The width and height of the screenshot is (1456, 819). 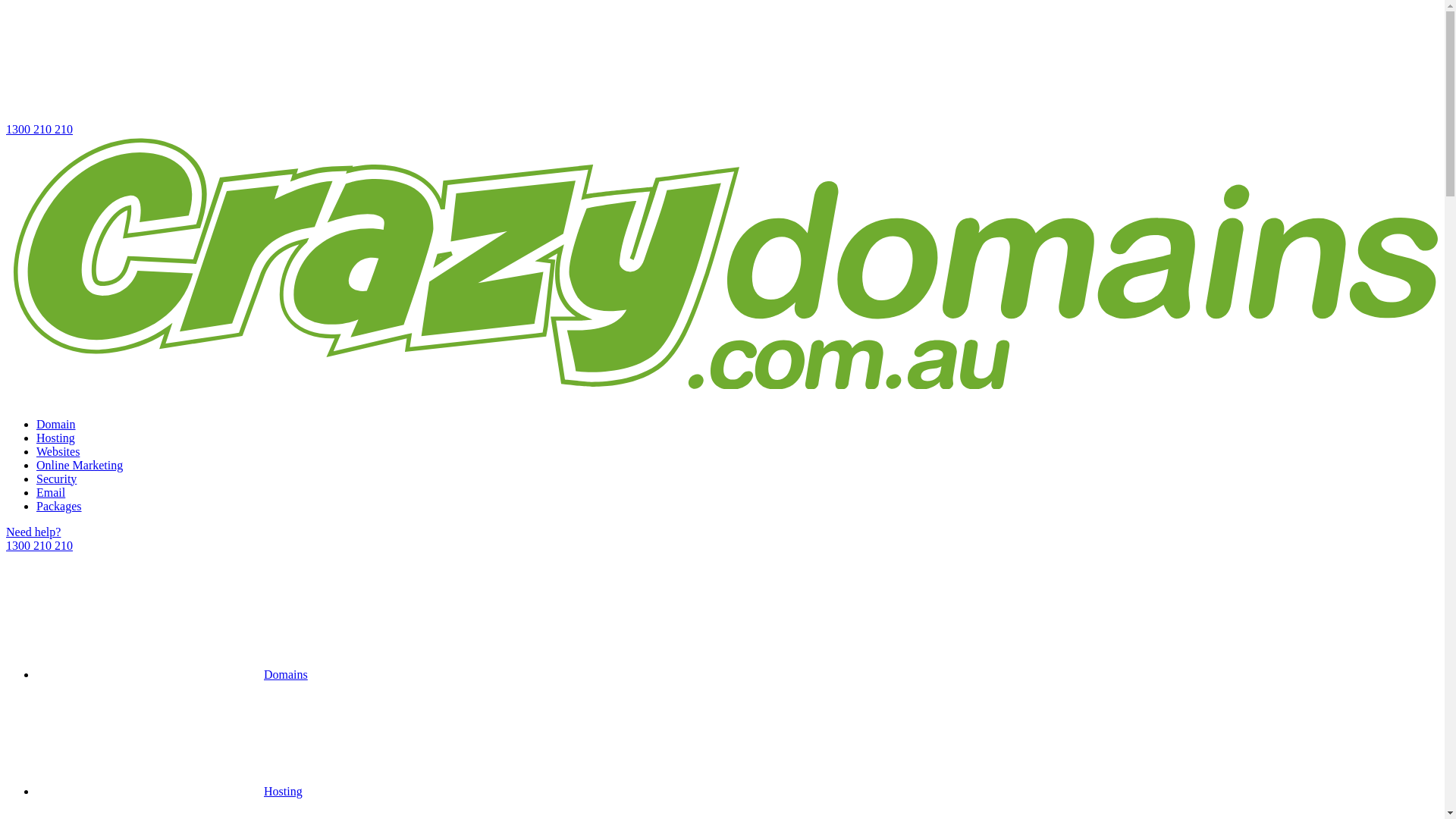 I want to click on 'Security', so click(x=56, y=479).